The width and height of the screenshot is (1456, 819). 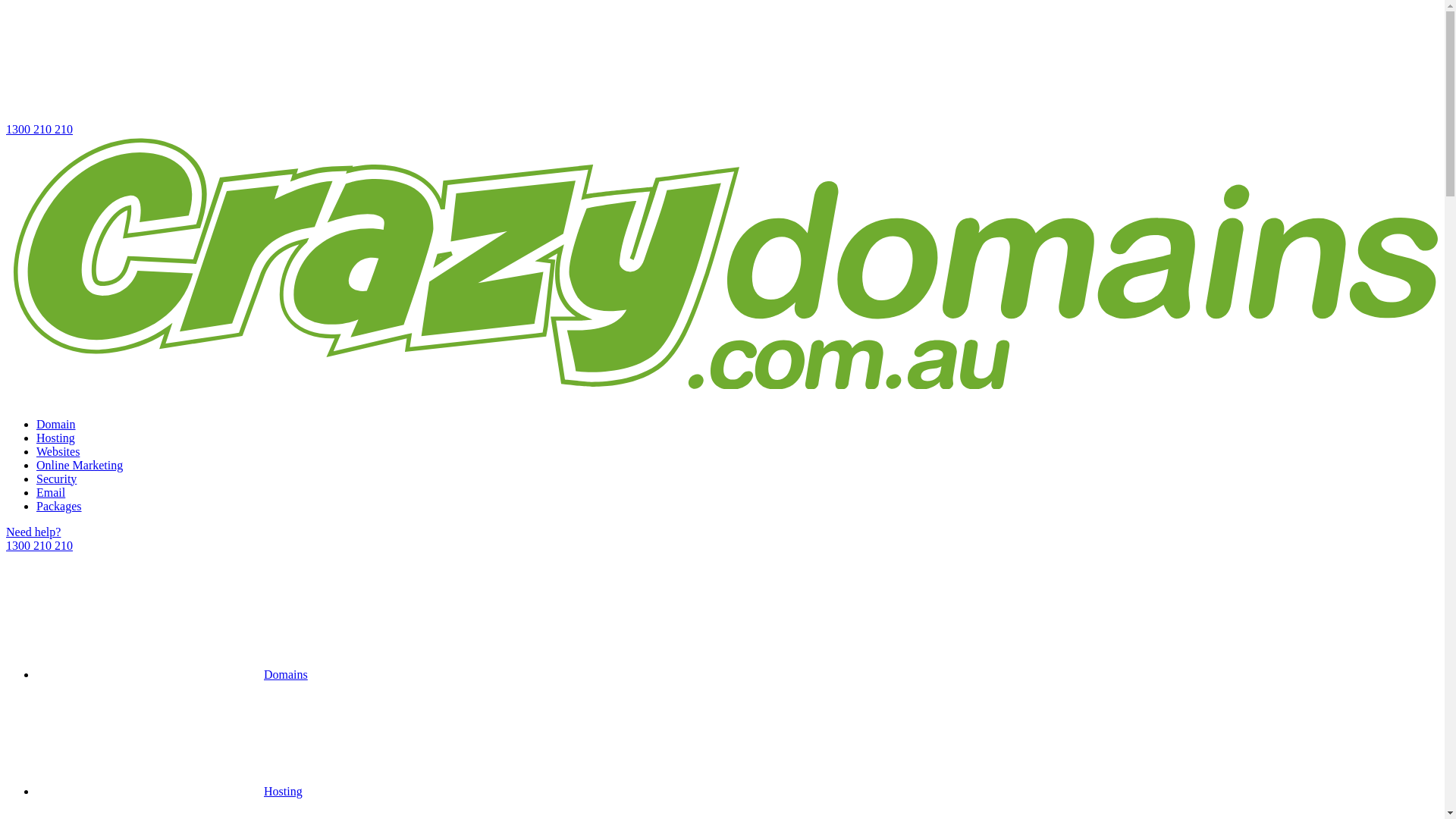 I want to click on 'Security', so click(x=56, y=479).